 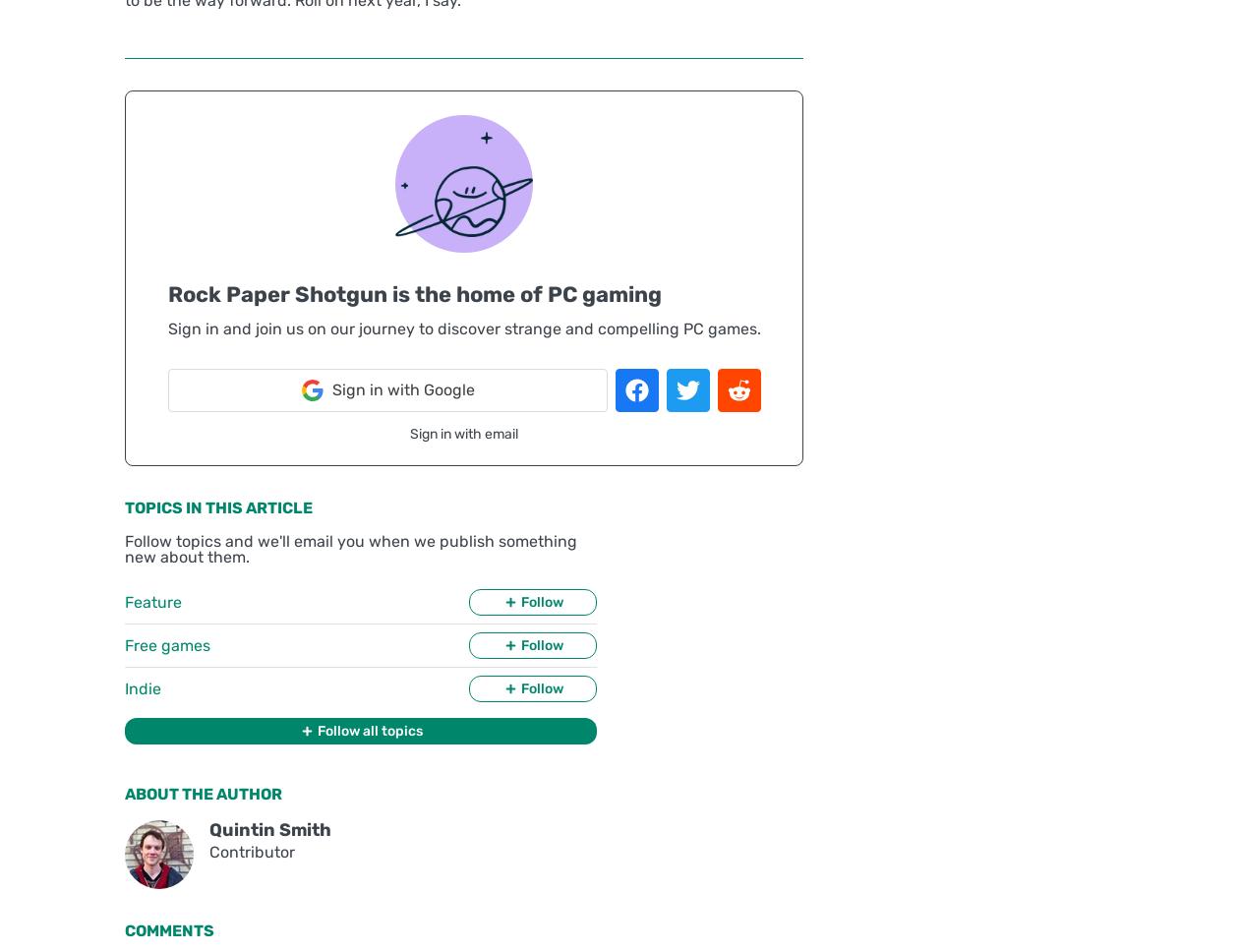 What do you see at coordinates (143, 686) in the screenshot?
I see `'Indie'` at bounding box center [143, 686].